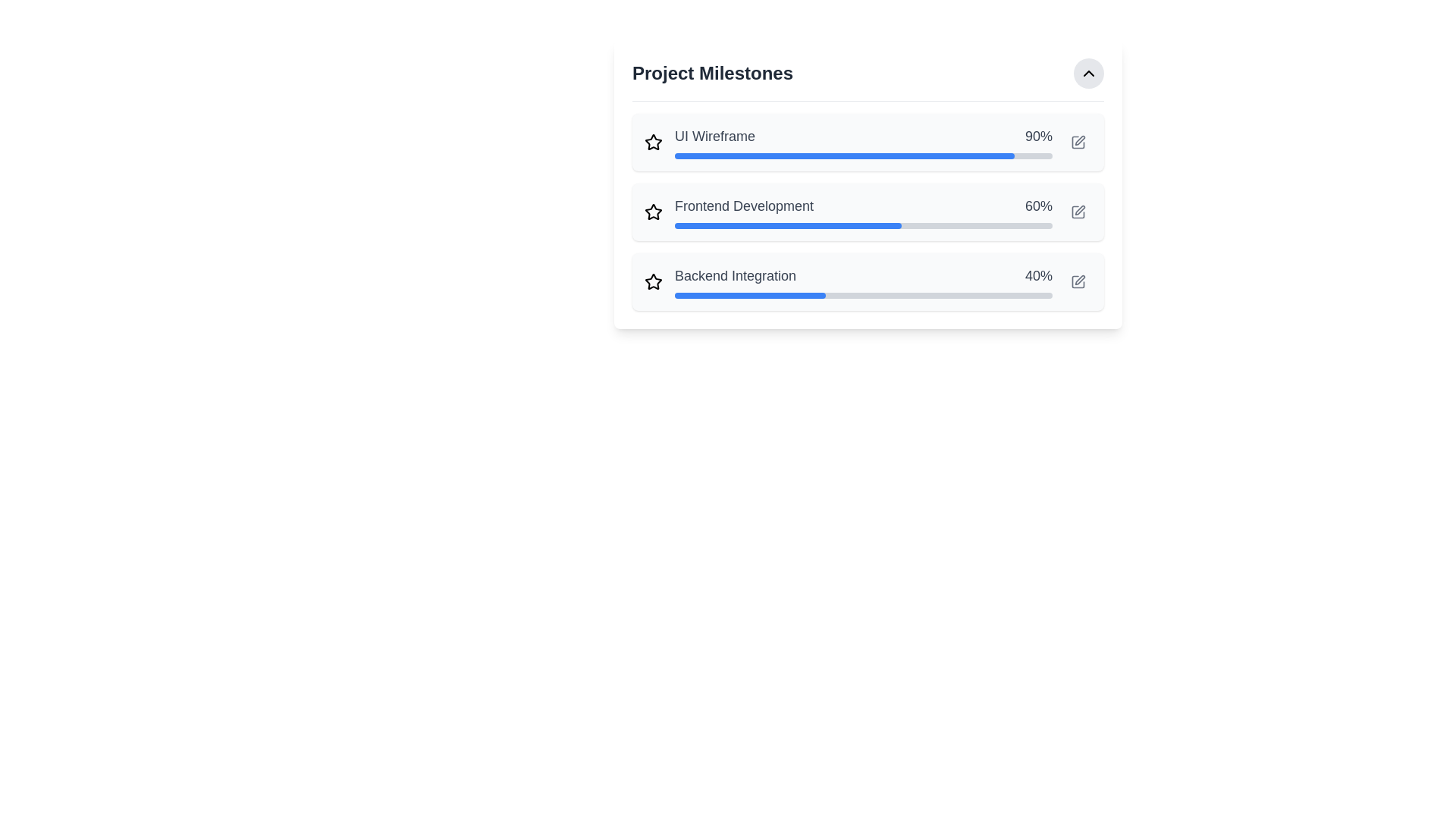 The height and width of the screenshot is (819, 1456). I want to click on the small square button with a pen icon located next to the 'Frontend Development' progress bar to change its color, so click(1077, 212).